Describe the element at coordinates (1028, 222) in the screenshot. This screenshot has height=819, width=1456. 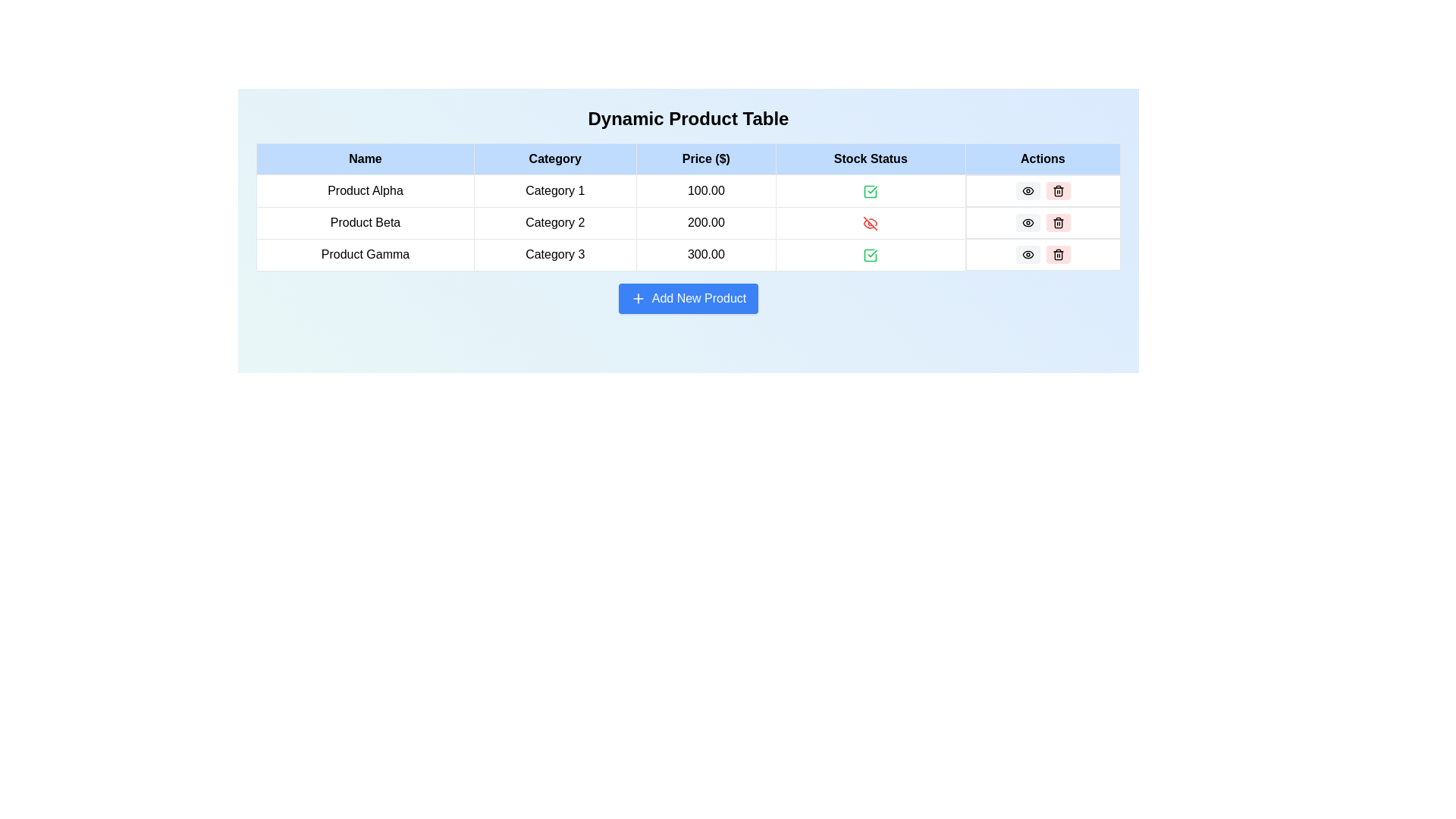
I see `the eye icon button in the 'Actions' column of the second row for 'Product Beta'` at that location.